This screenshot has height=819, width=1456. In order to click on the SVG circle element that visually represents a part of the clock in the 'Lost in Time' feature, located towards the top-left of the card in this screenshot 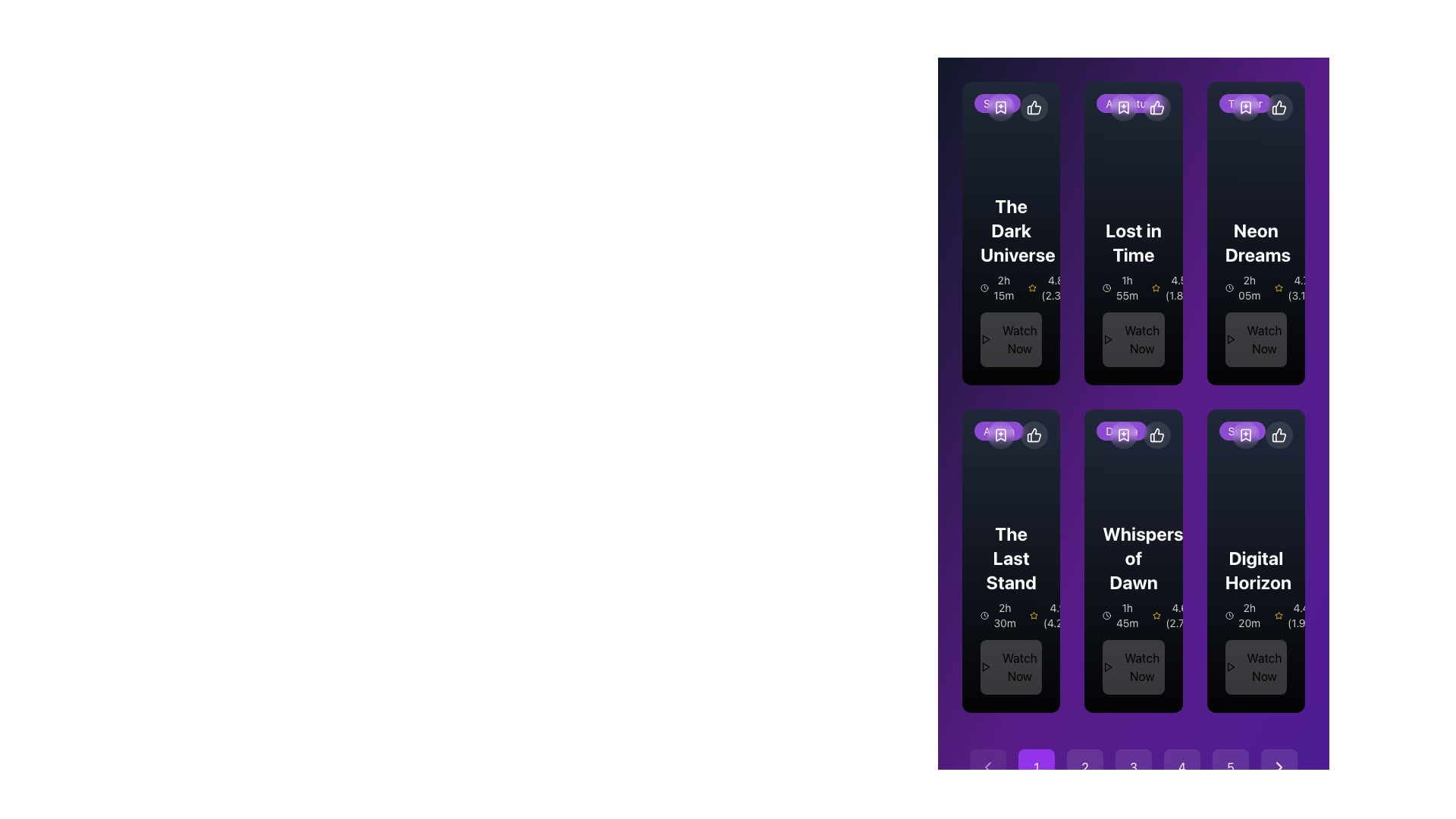, I will do `click(1106, 288)`.